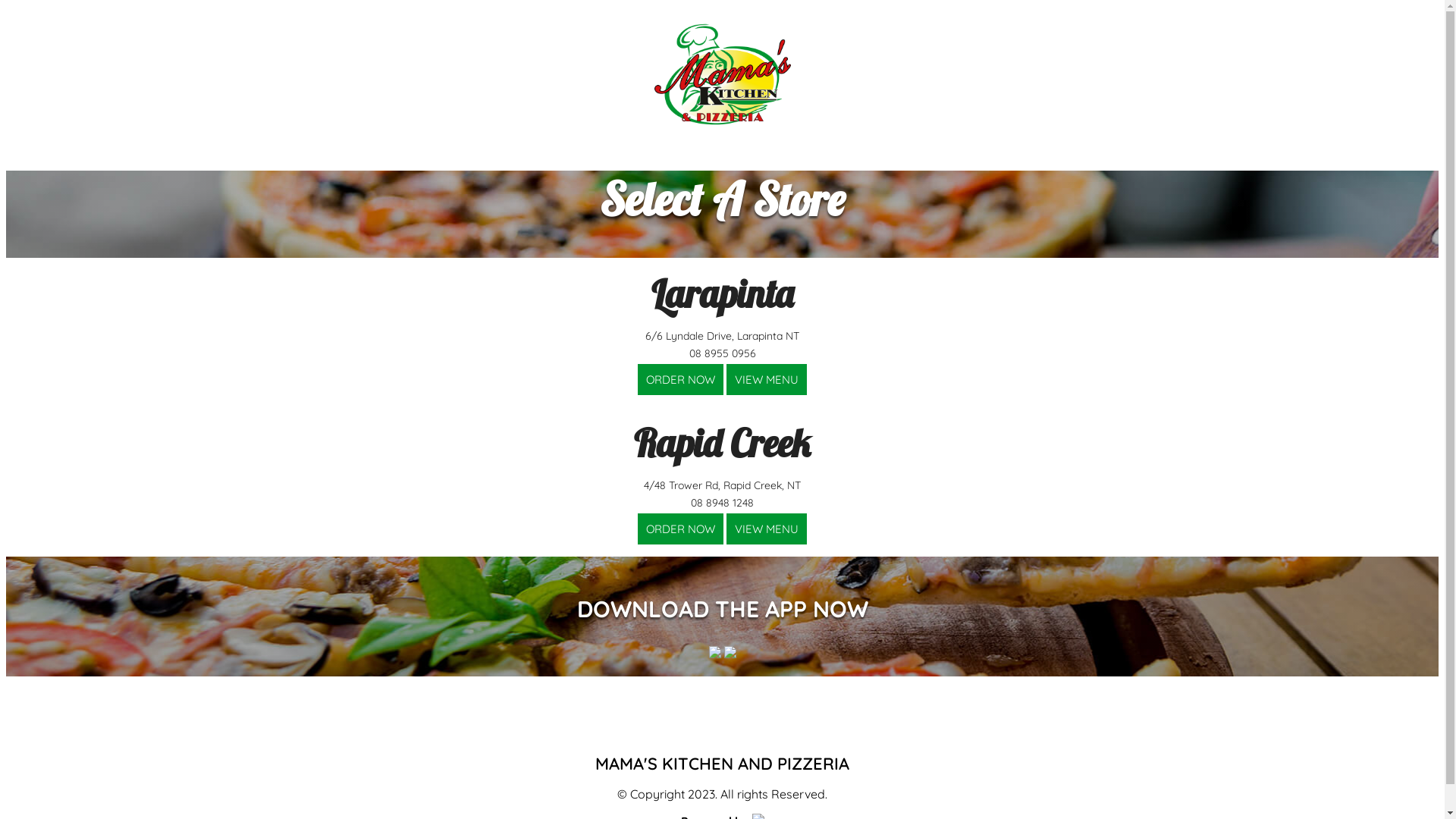  Describe the element at coordinates (726, 378) in the screenshot. I see `'VIEW MENU'` at that location.